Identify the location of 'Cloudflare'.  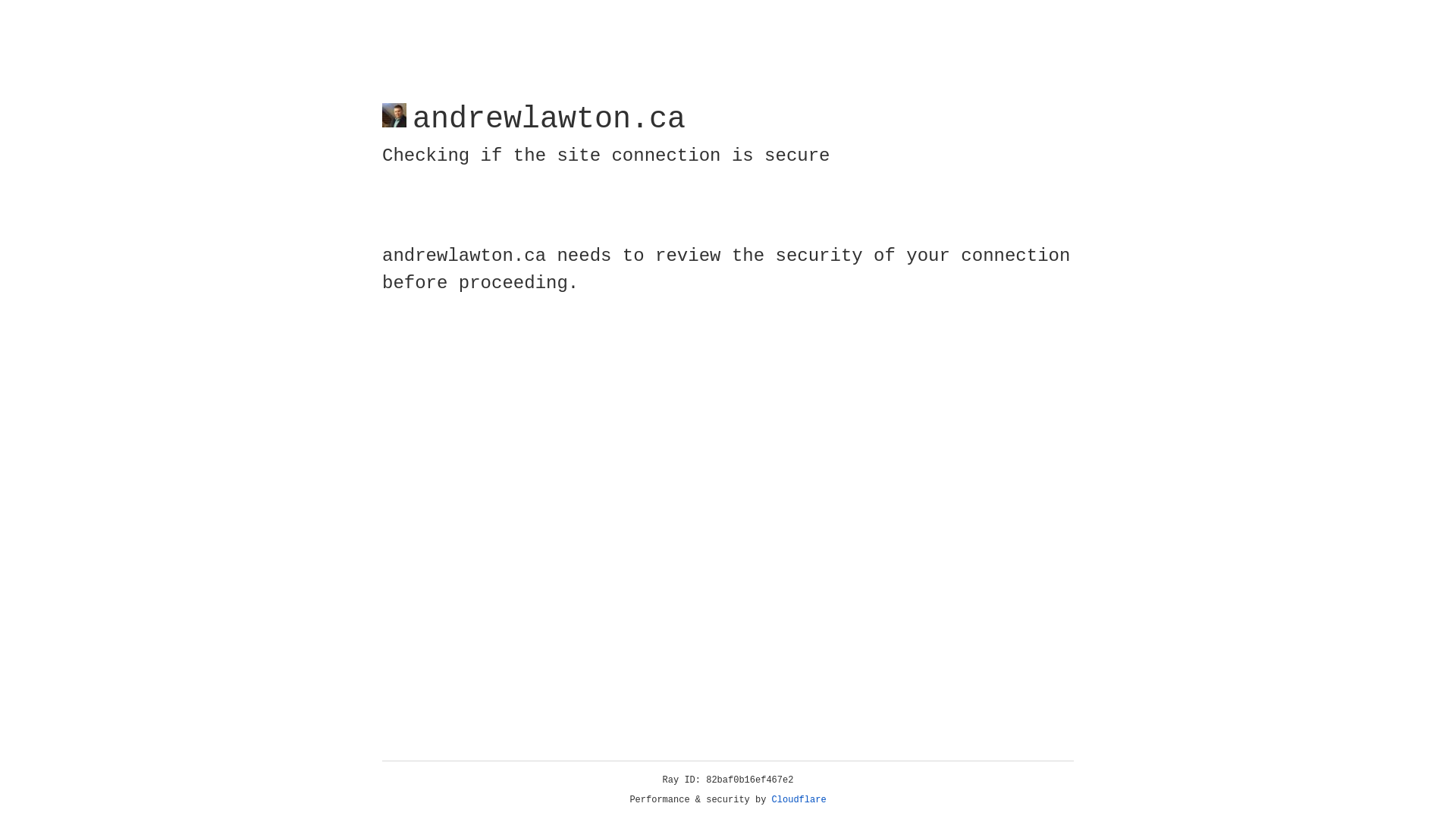
(799, 799).